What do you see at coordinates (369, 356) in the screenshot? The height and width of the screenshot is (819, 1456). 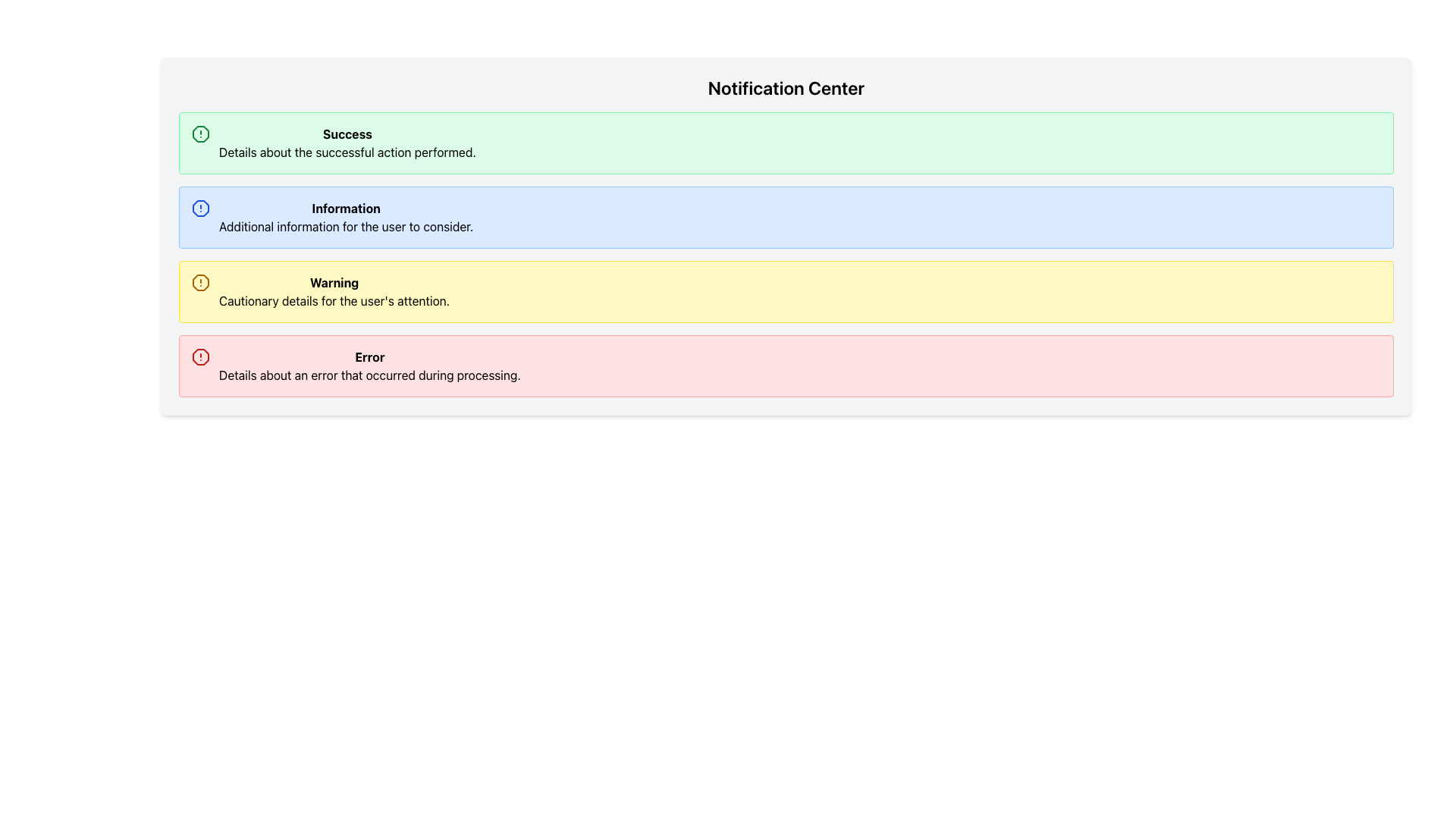 I see `the bold title text label located in the pink-colored notification box labeled 'Error', which serves as a high-priority notification summary` at bounding box center [369, 356].